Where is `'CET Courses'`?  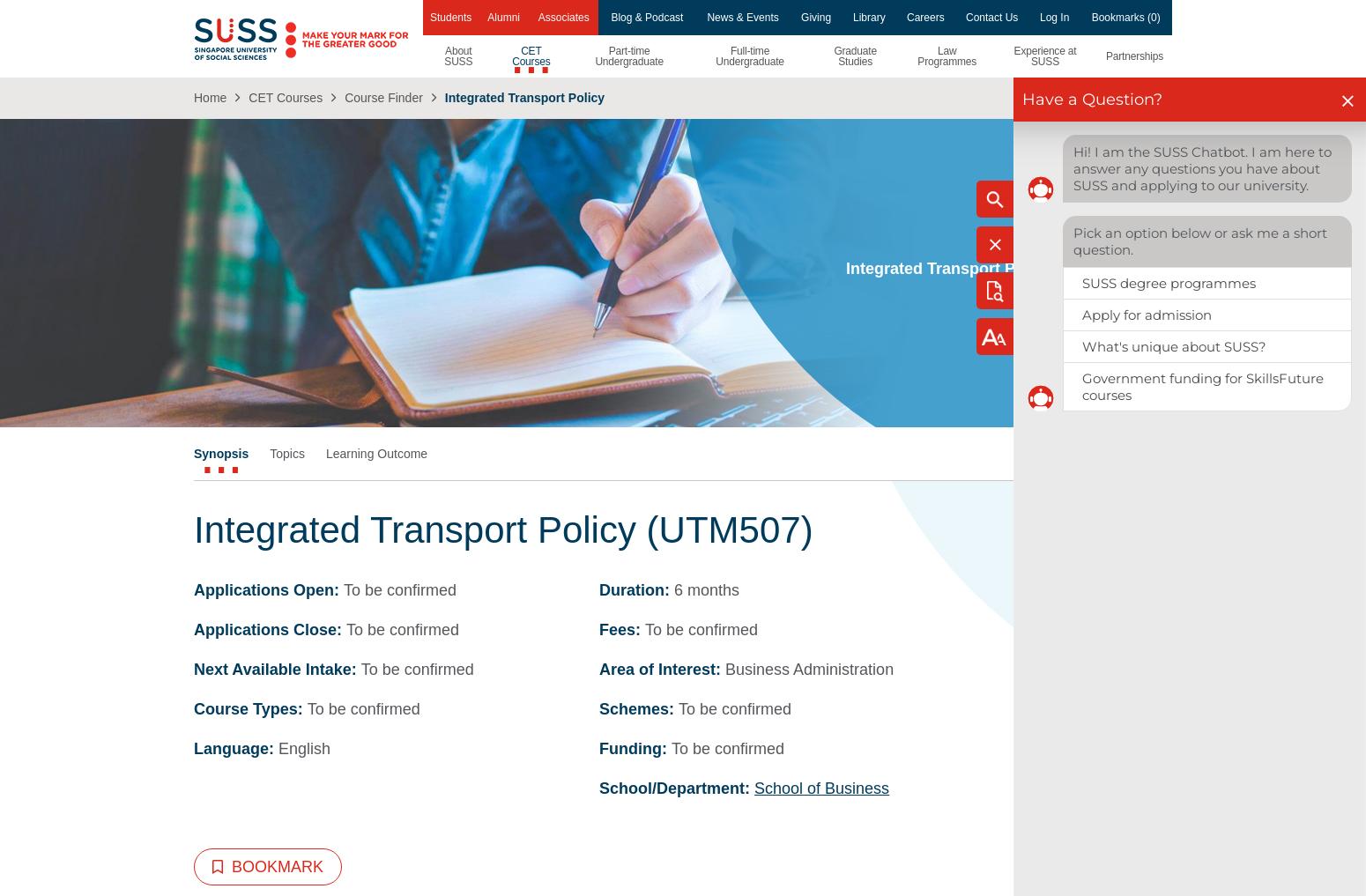 'CET Courses' is located at coordinates (284, 97).